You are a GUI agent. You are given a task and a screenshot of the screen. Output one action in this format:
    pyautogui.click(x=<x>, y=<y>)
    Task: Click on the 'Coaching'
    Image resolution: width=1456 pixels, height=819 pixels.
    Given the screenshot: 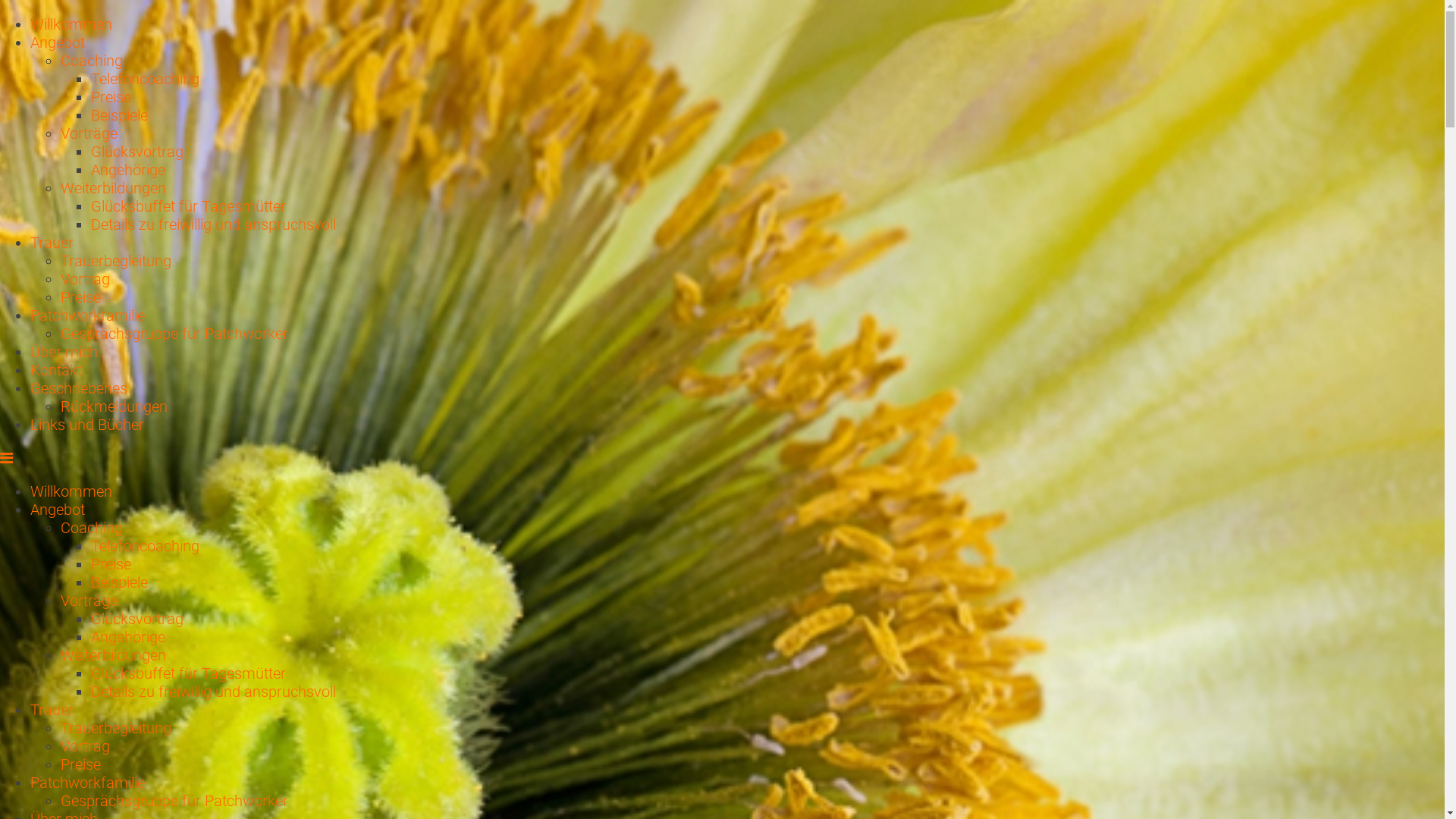 What is the action you would take?
    pyautogui.click(x=90, y=526)
    